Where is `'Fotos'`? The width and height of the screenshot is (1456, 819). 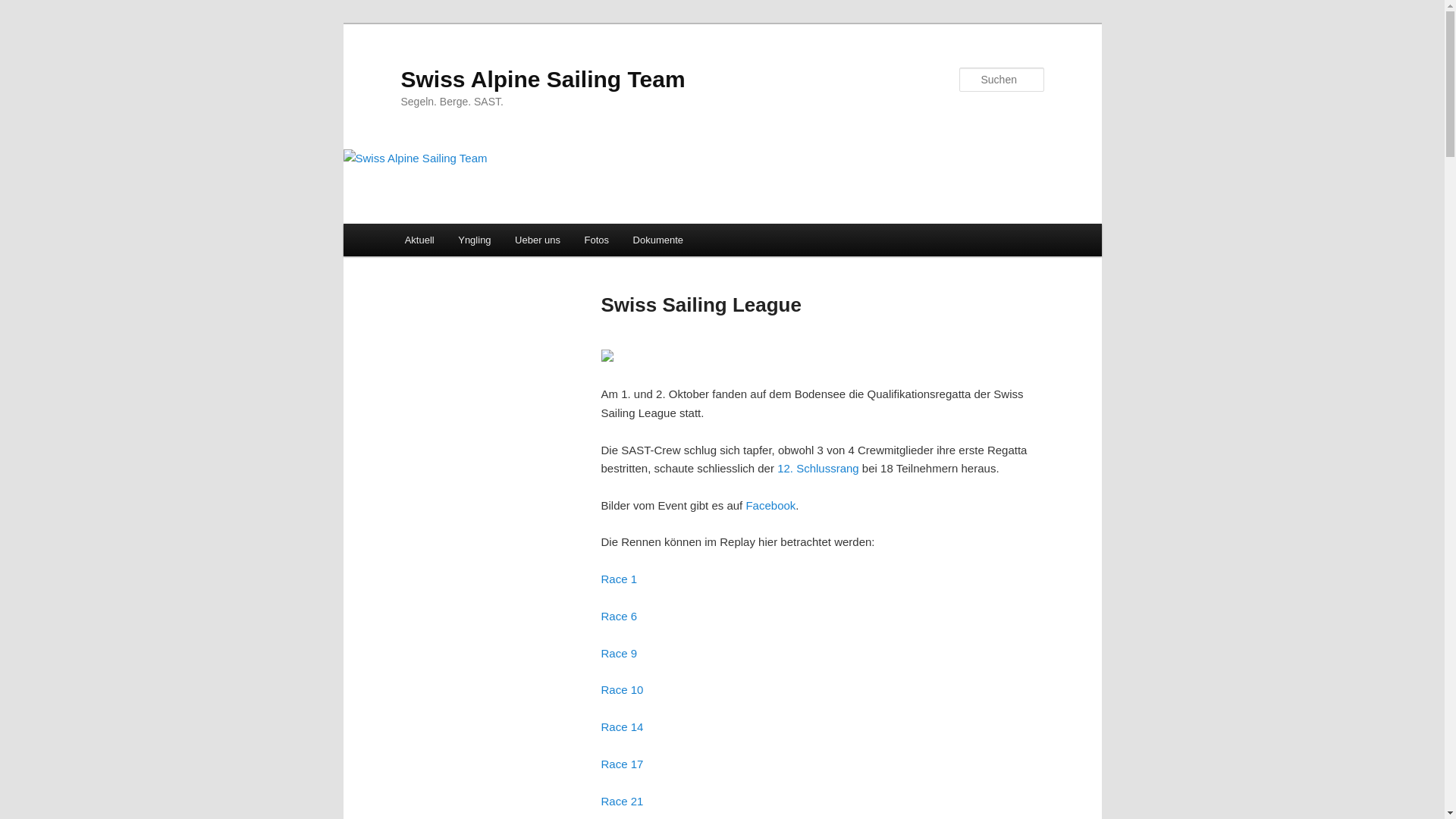
'Fotos' is located at coordinates (596, 239).